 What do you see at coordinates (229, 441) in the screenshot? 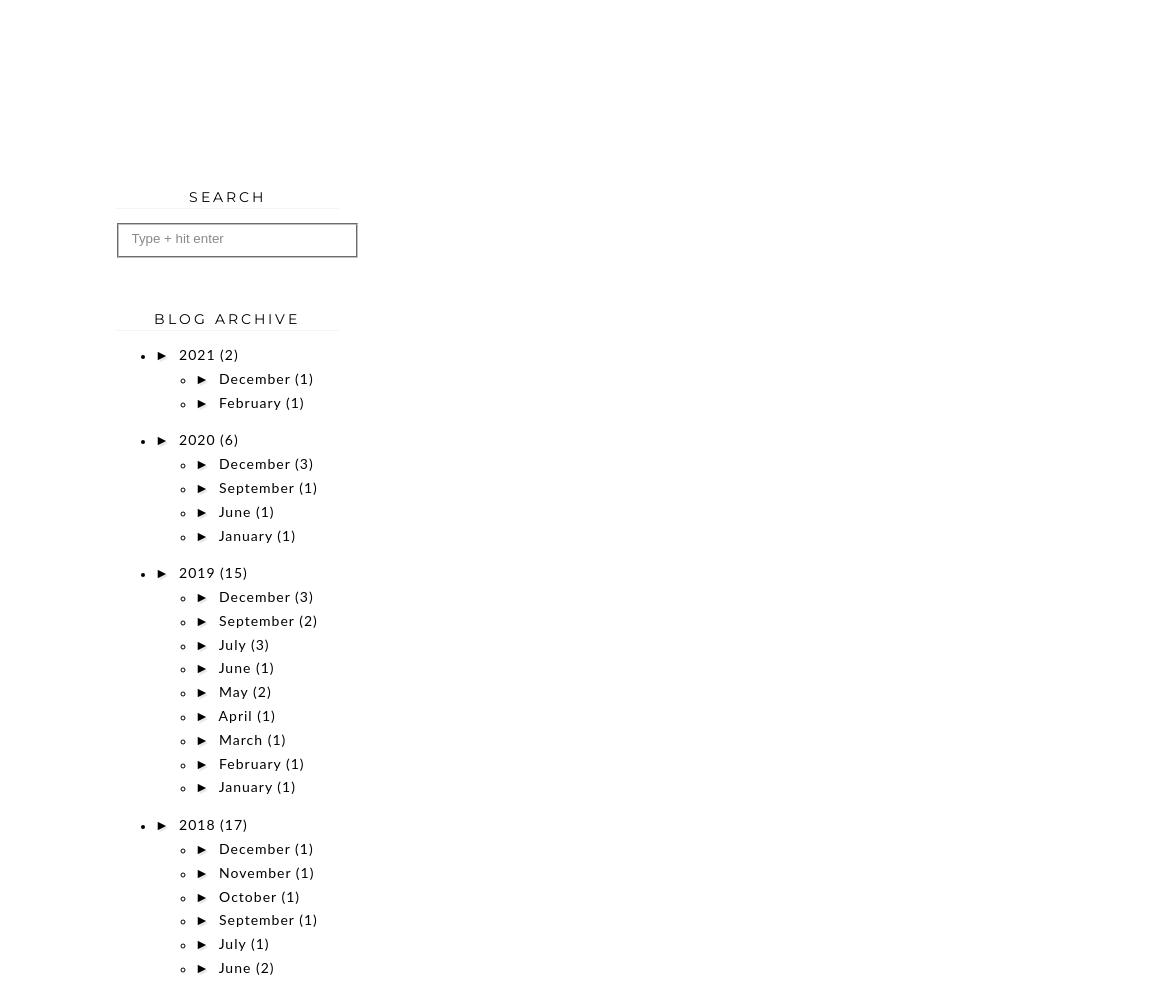
I see `'(6)'` at bounding box center [229, 441].